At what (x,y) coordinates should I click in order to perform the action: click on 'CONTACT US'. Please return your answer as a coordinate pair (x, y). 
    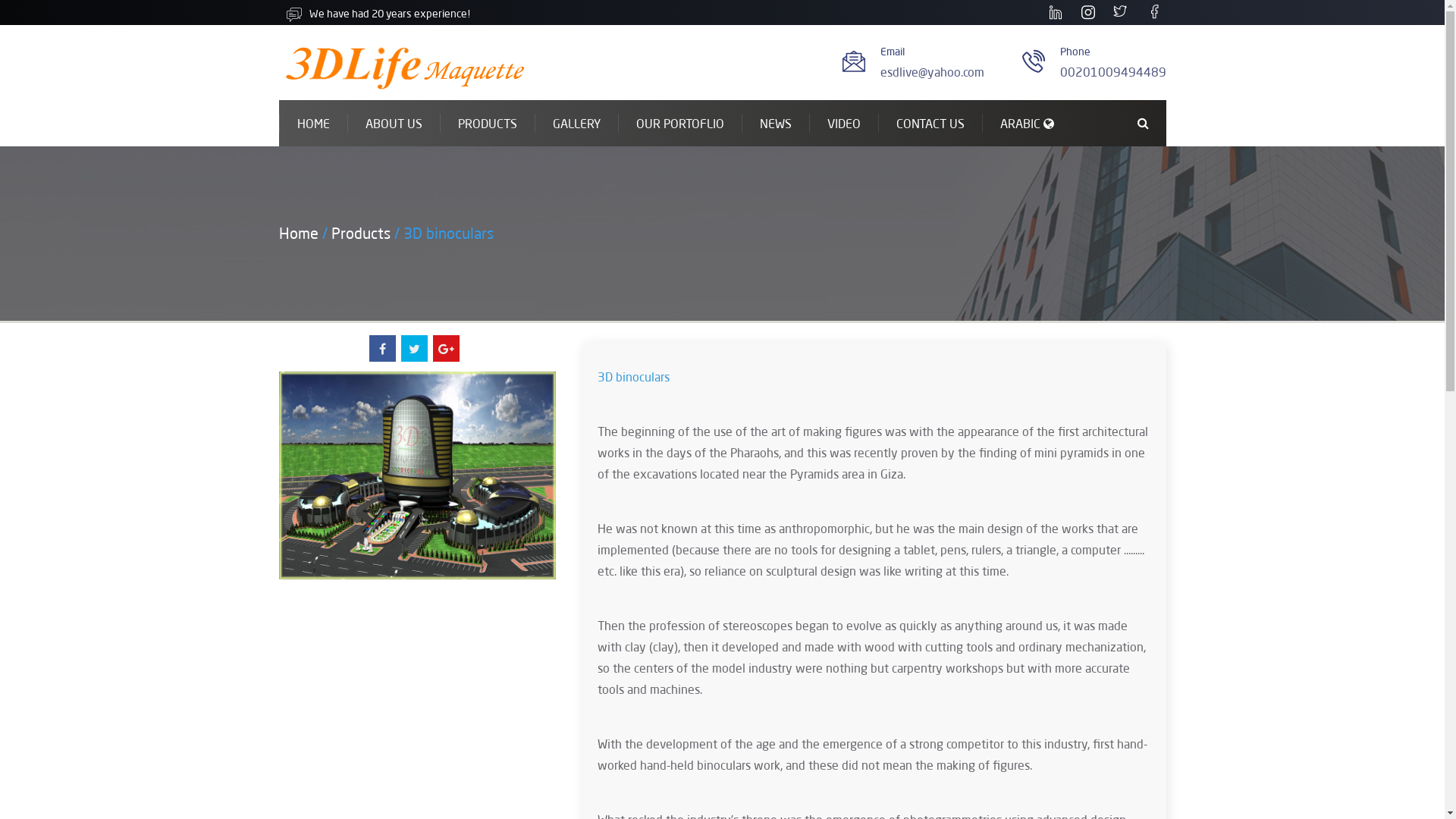
    Looking at the image, I should click on (929, 122).